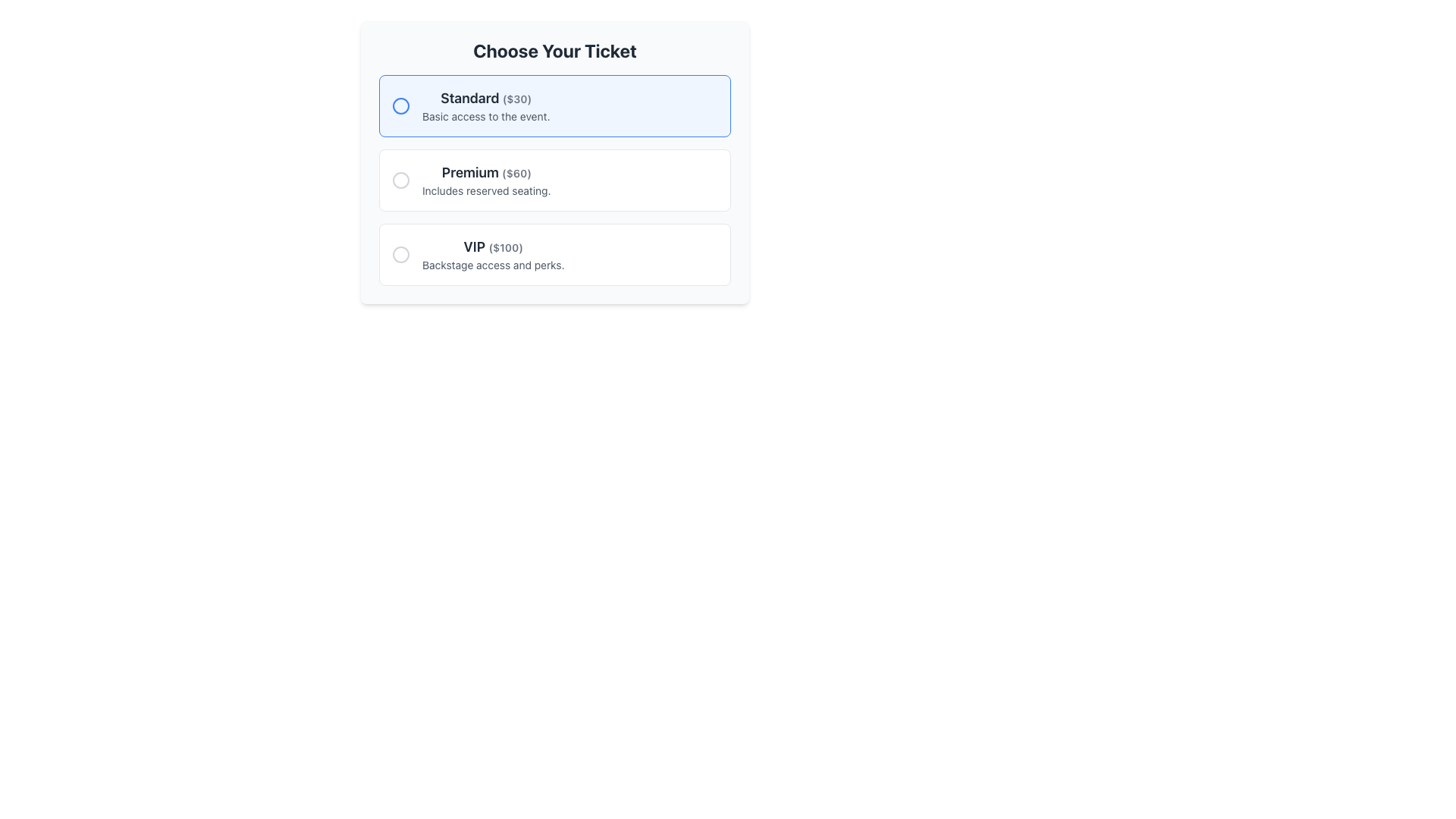 The image size is (1456, 819). Describe the element at coordinates (493, 246) in the screenshot. I see `text label 'VIP ($100)' which is bold and dark gray, located in the third section of the ticket options list just below 'Premium ($60)', with a radio button to its left` at that location.